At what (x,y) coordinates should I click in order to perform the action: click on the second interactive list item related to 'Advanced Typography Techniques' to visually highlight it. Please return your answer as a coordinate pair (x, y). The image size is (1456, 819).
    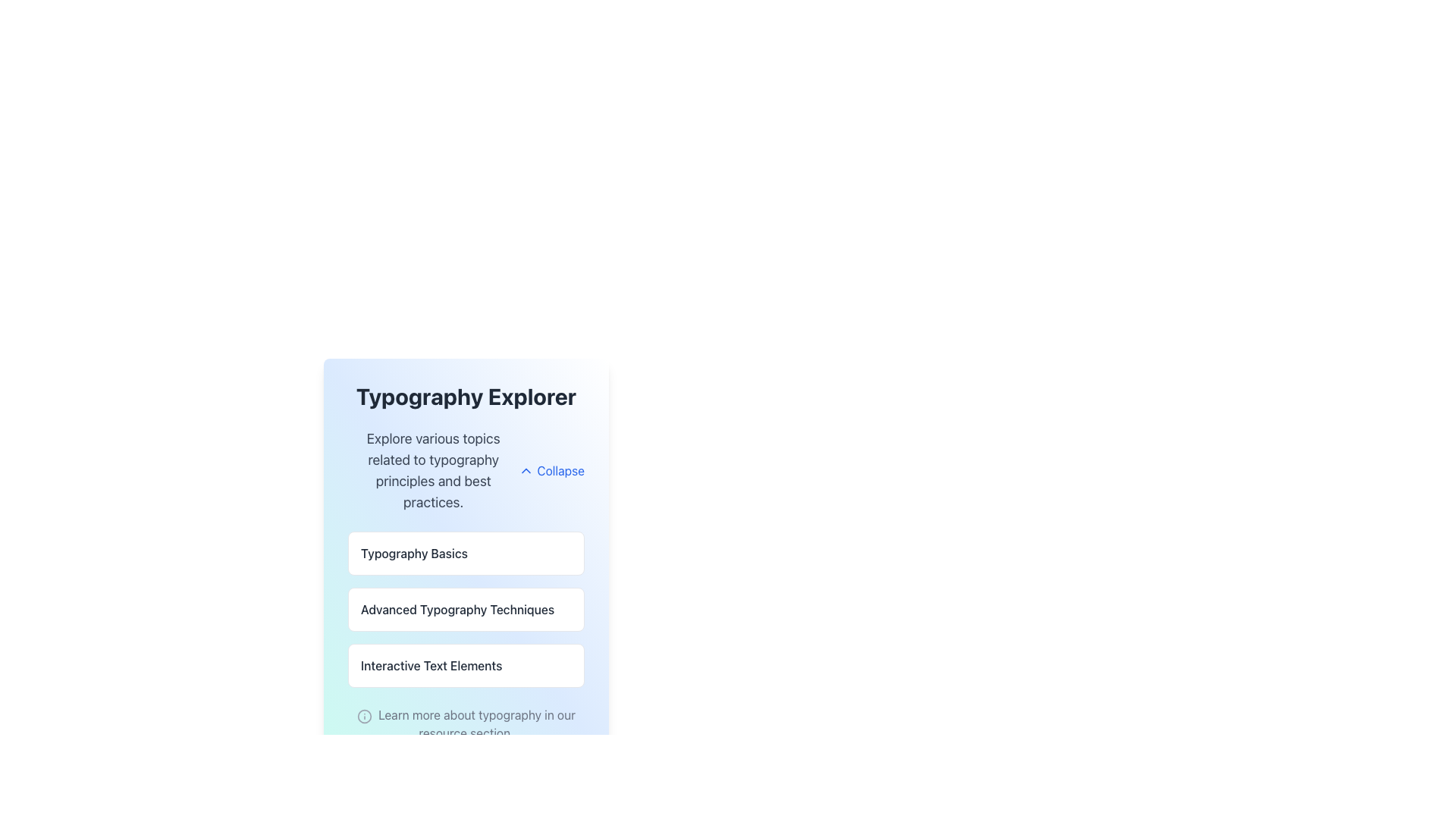
    Looking at the image, I should click on (465, 608).